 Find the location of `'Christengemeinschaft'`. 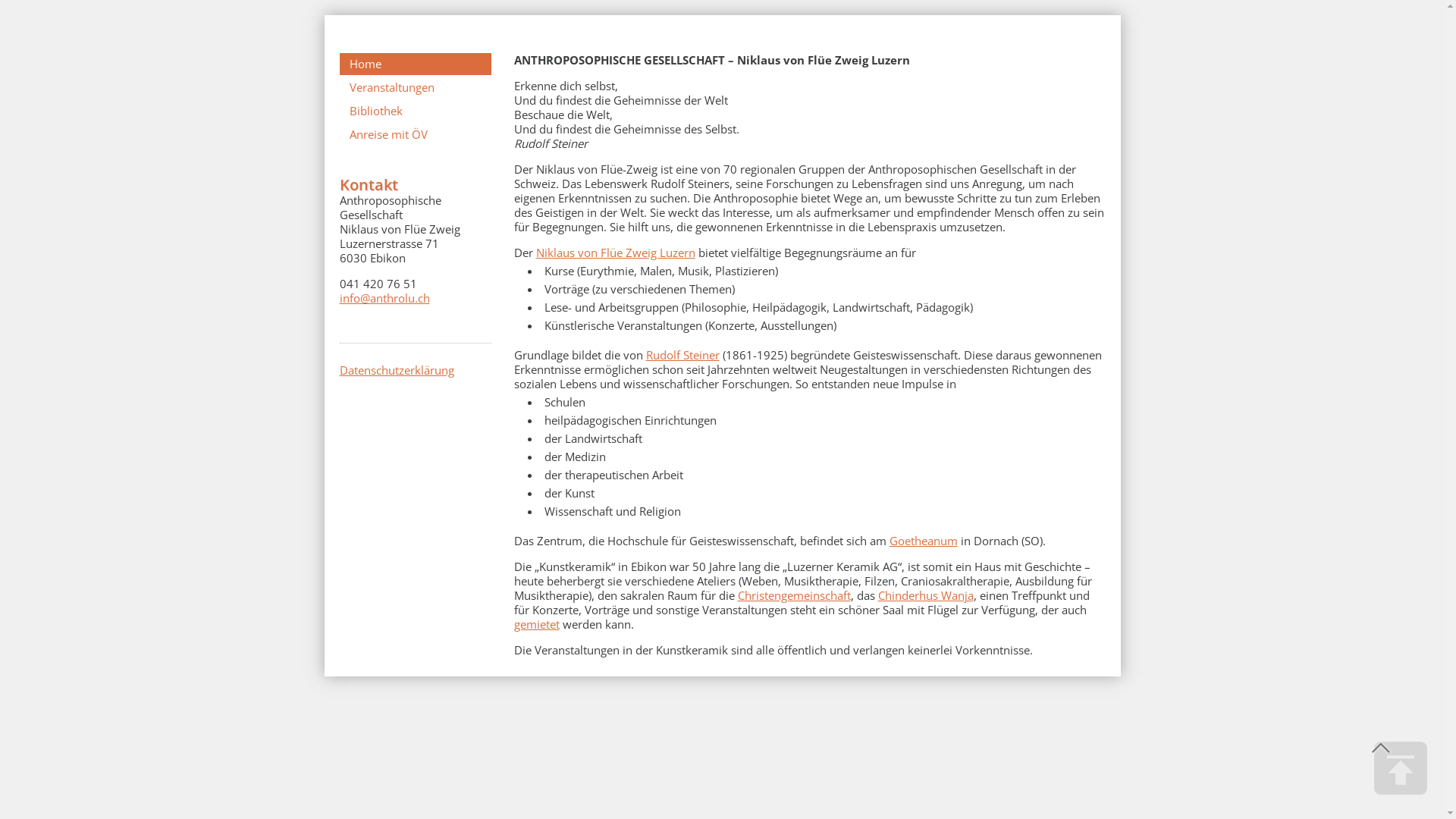

'Christengemeinschaft' is located at coordinates (792, 595).